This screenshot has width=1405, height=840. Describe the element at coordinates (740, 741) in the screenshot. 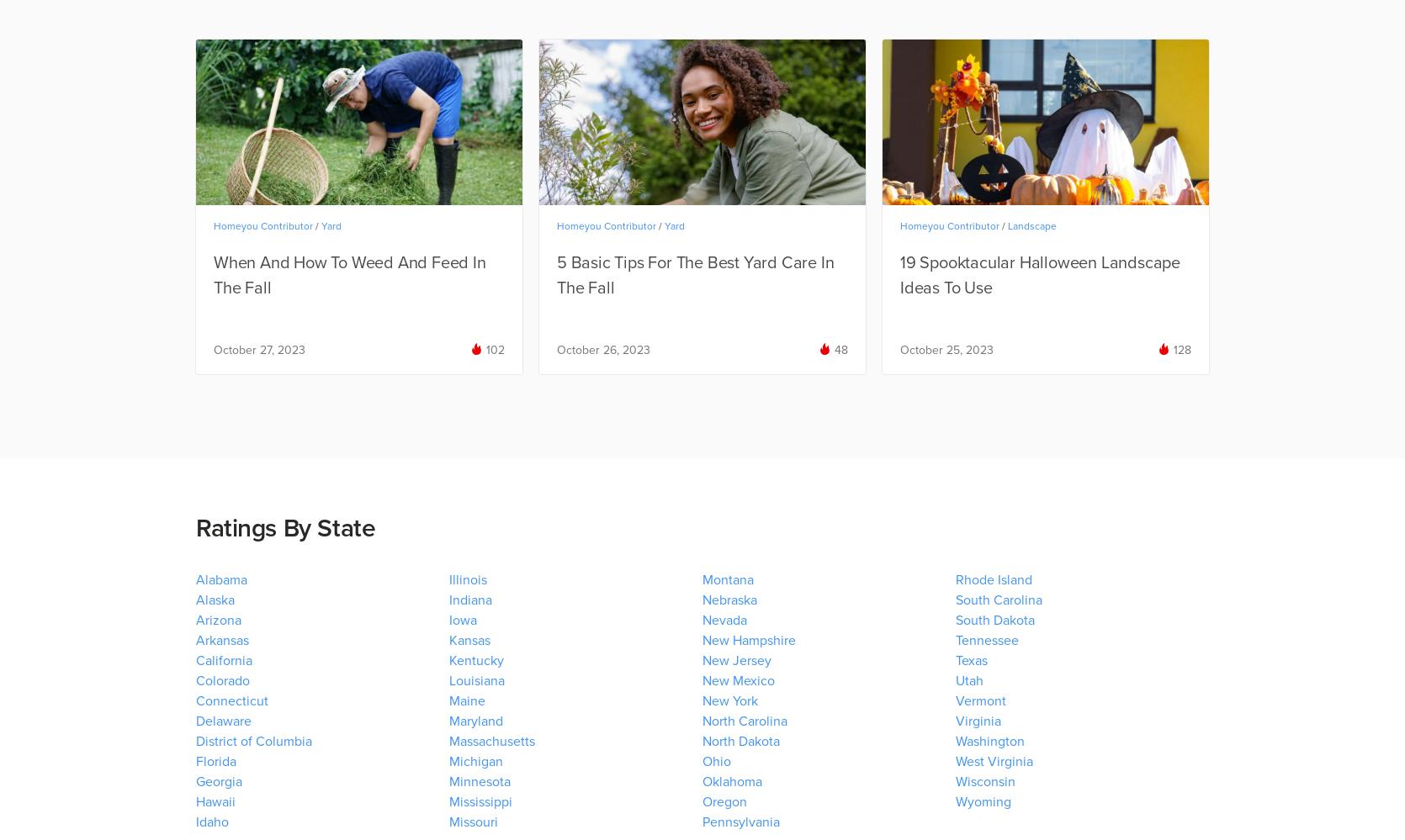

I see `'North Dakota'` at that location.